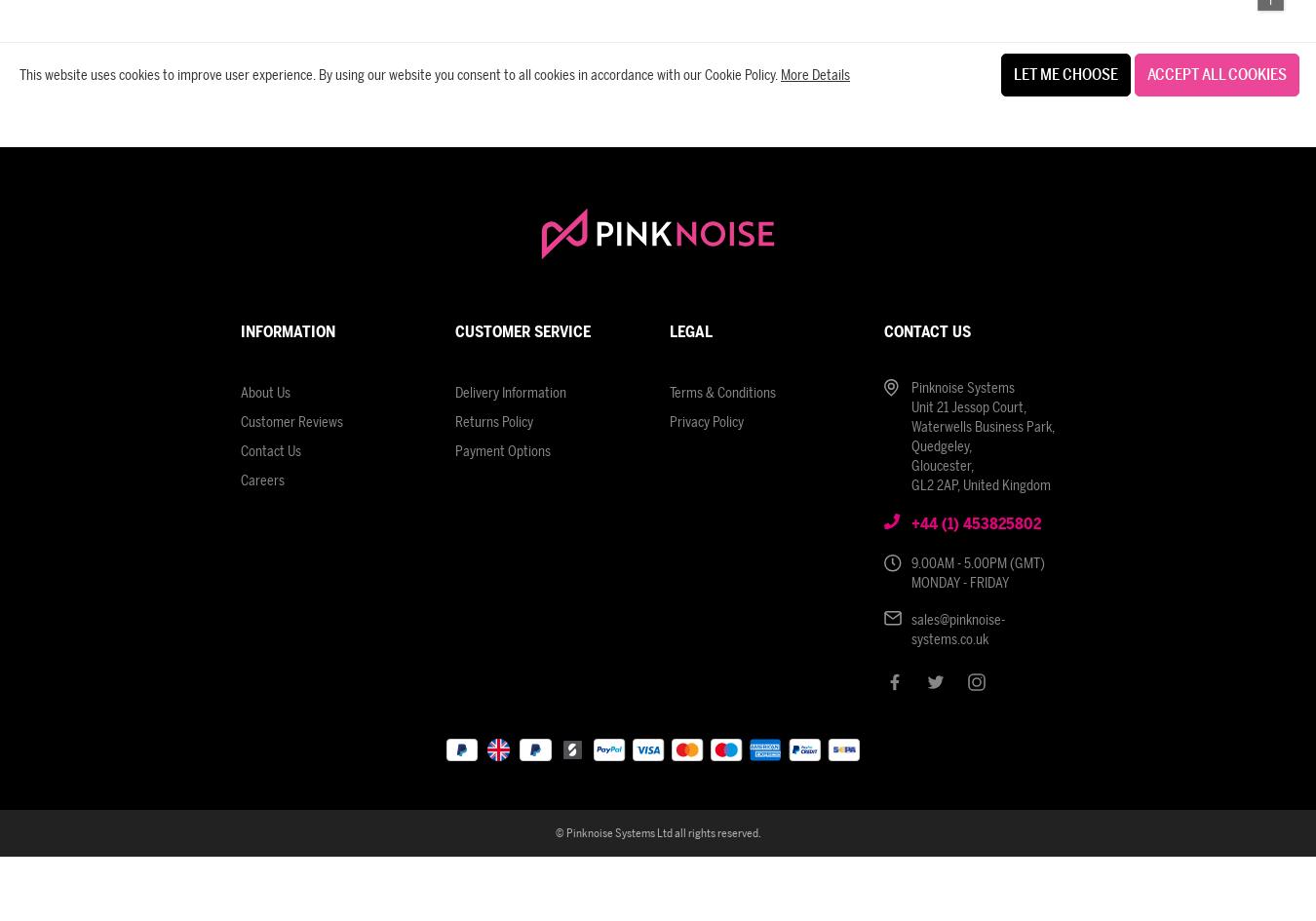 This screenshot has width=1316, height=921. I want to click on 'Legal', so click(690, 330).